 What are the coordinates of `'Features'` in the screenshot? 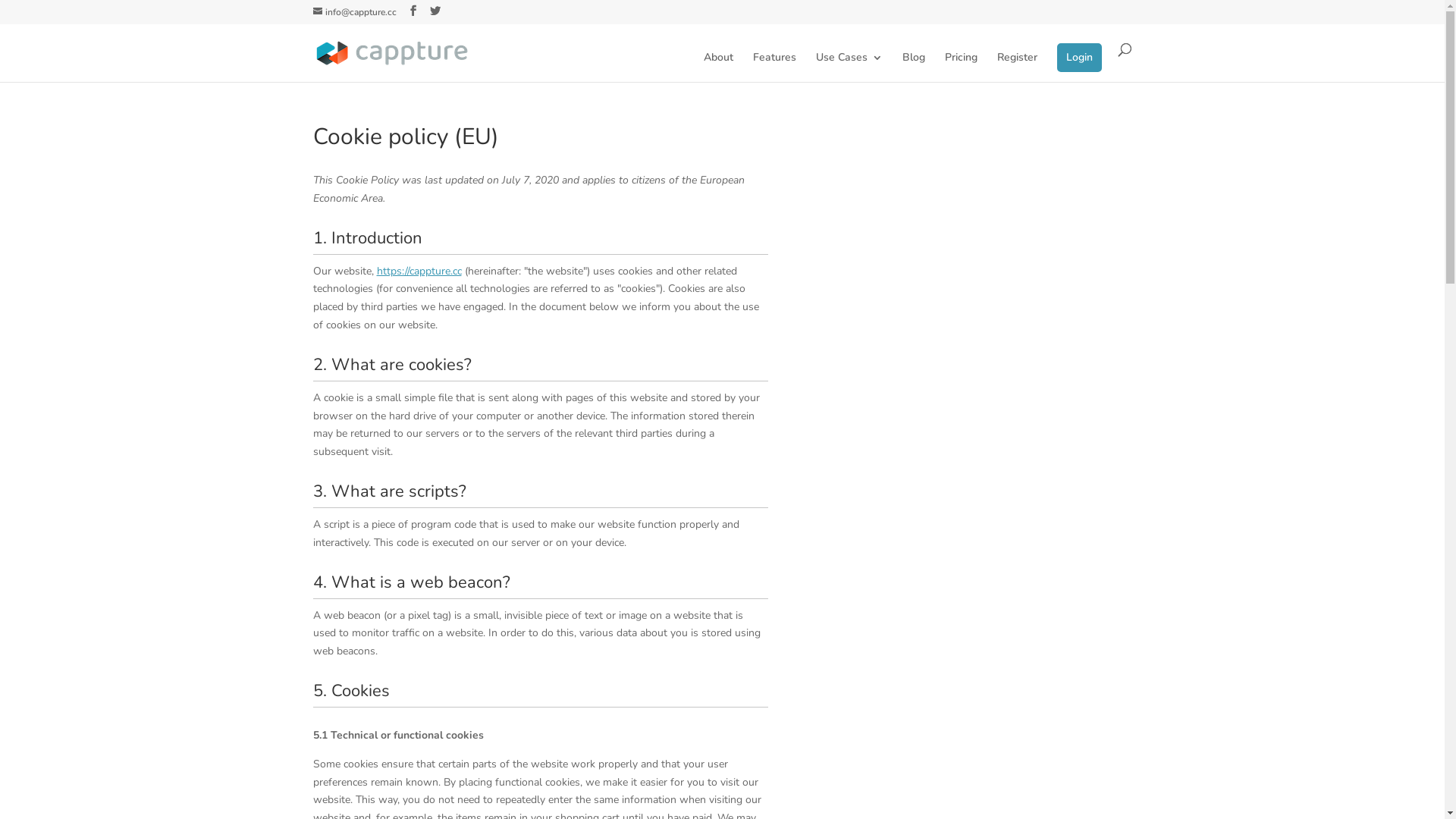 It's located at (773, 66).